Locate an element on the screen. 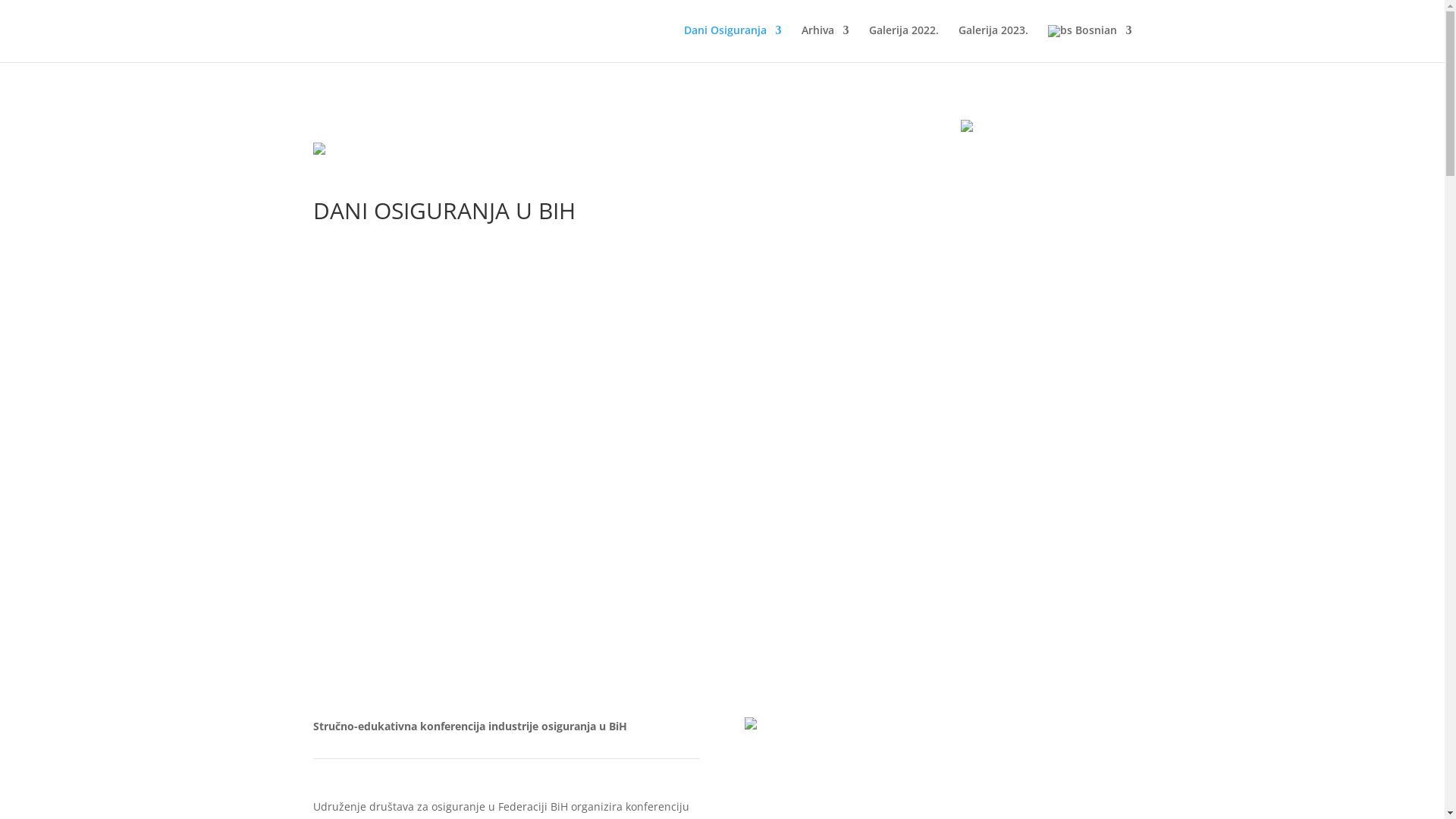 The height and width of the screenshot is (819, 1456). 'Dani Osiguranja' is located at coordinates (683, 42).